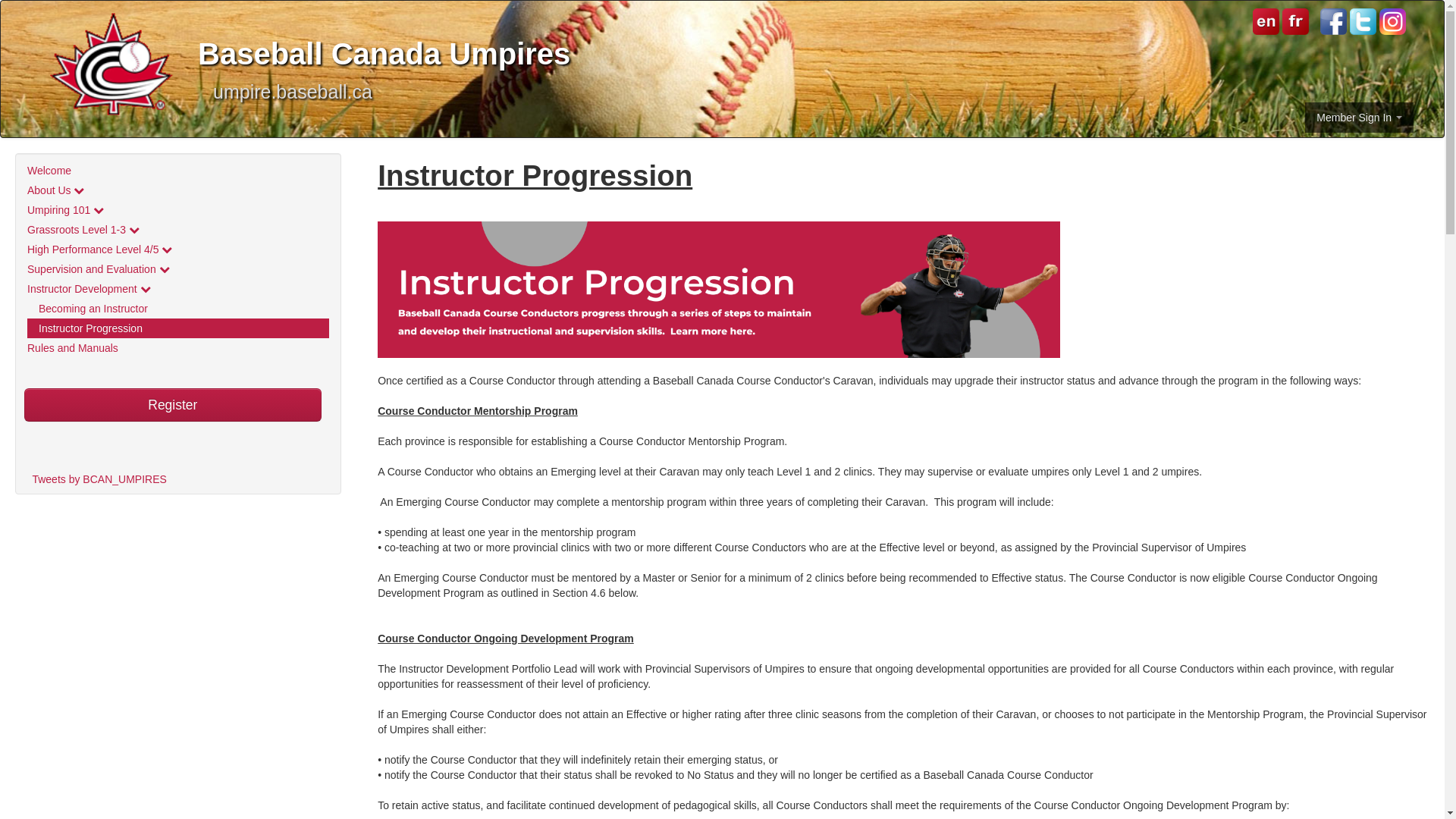 The width and height of the screenshot is (1456, 819). What do you see at coordinates (1332, 21) in the screenshot?
I see `' on Facebook'` at bounding box center [1332, 21].